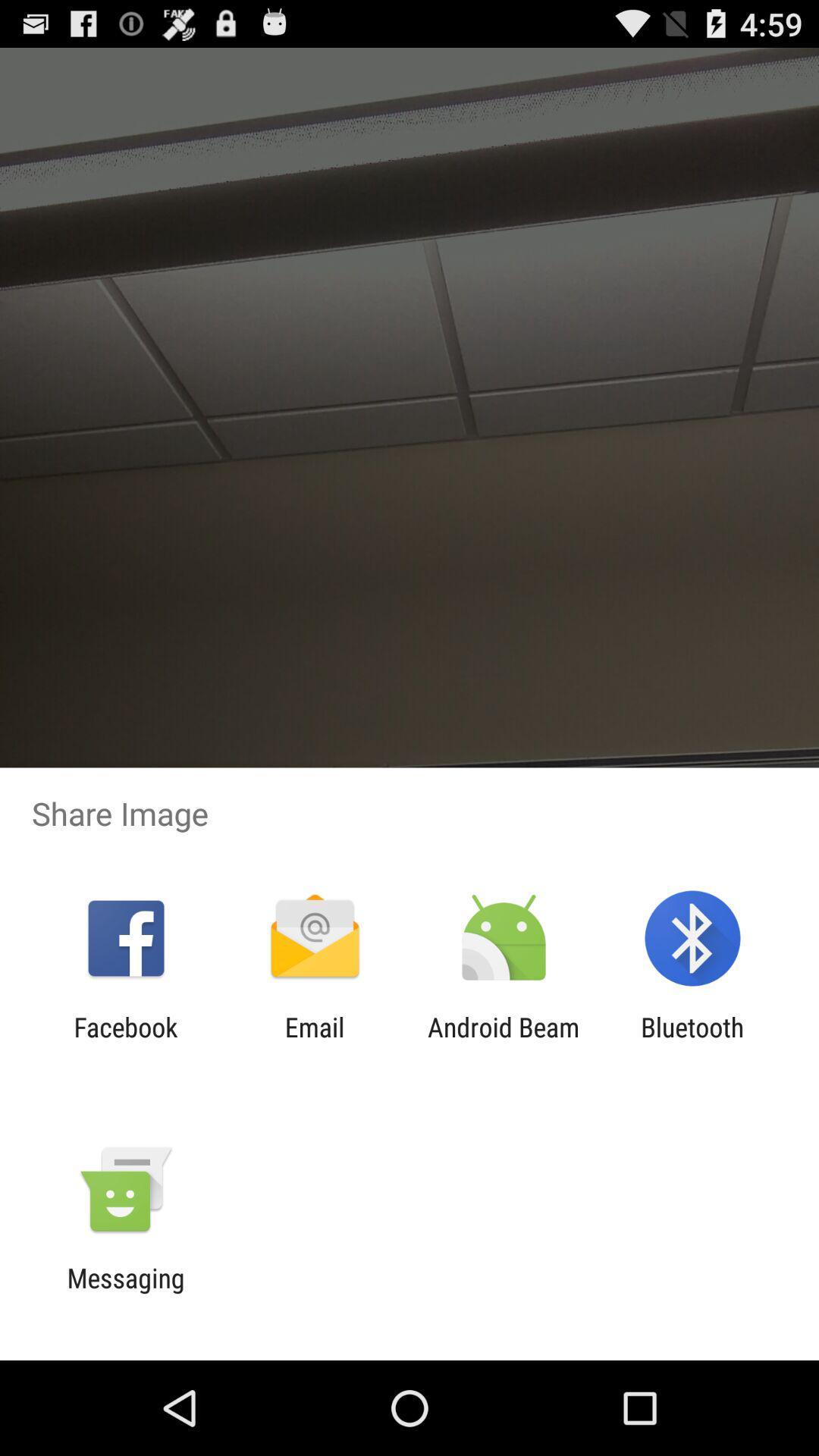  What do you see at coordinates (692, 1042) in the screenshot?
I see `the icon to the right of android beam item` at bounding box center [692, 1042].